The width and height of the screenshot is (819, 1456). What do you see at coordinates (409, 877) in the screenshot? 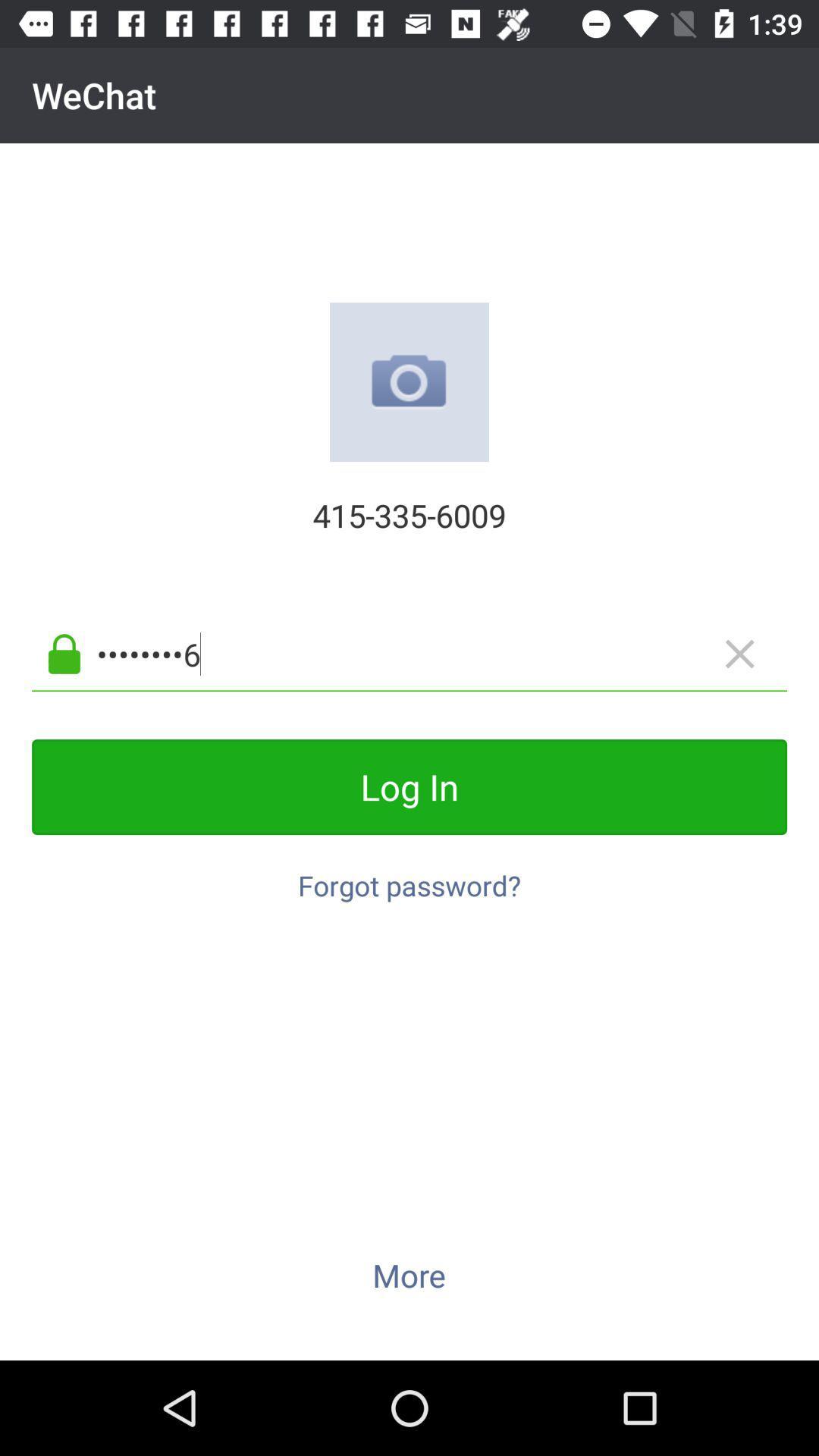
I see `the button above more icon` at bounding box center [409, 877].